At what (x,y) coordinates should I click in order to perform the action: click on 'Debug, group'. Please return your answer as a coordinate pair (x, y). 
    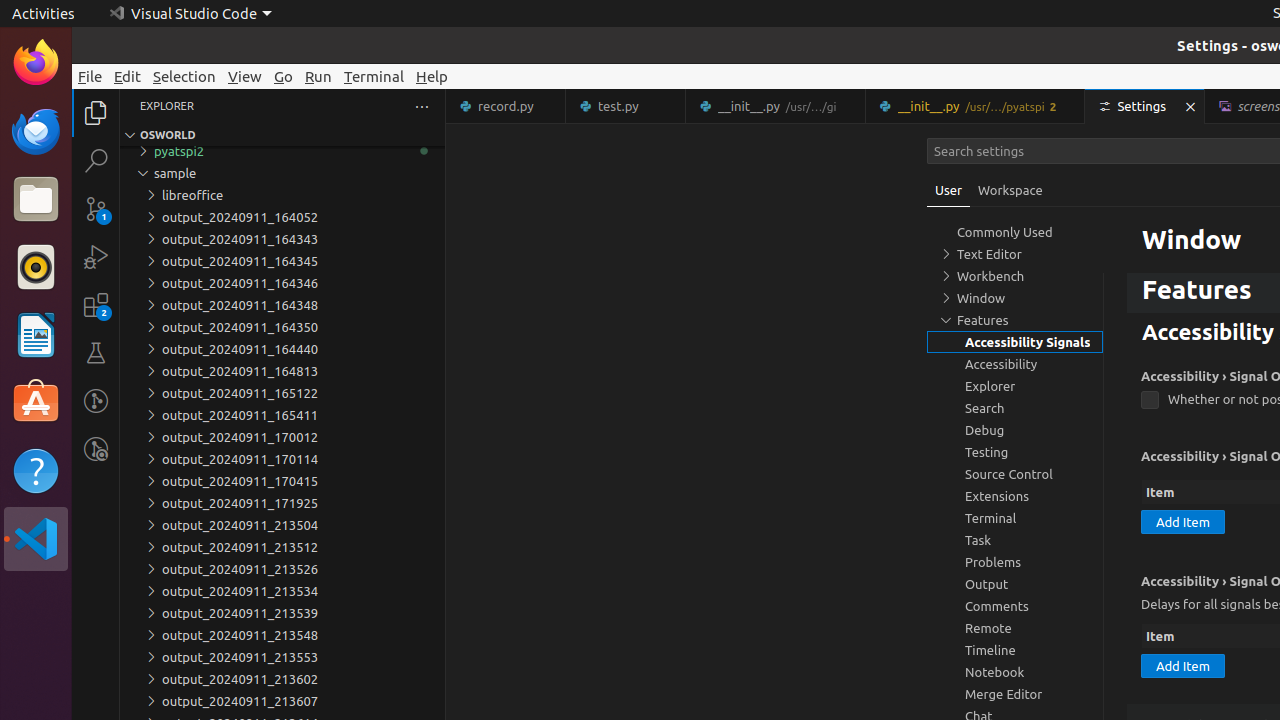
    Looking at the image, I should click on (1015, 428).